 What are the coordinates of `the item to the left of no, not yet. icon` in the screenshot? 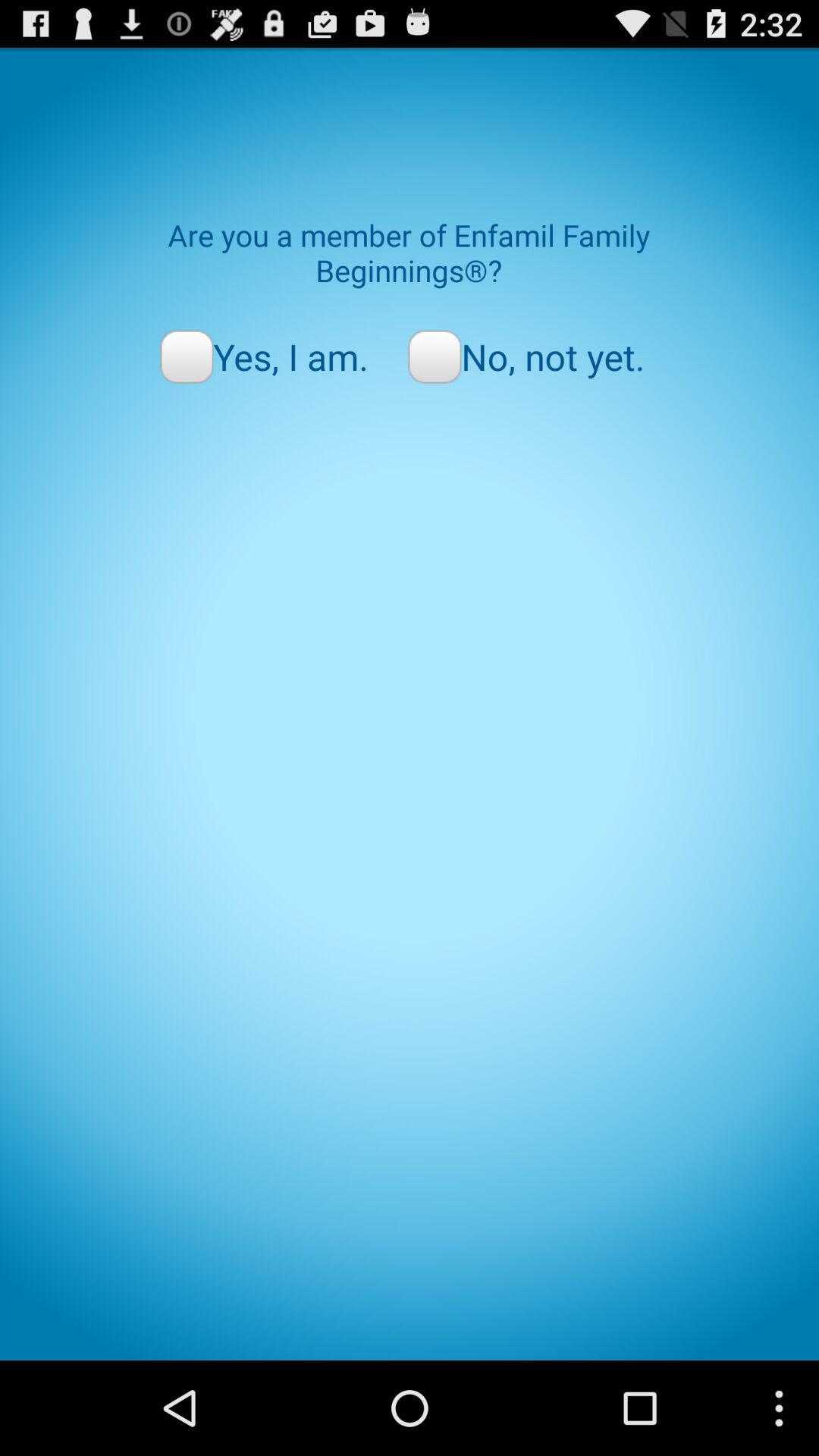 It's located at (263, 356).